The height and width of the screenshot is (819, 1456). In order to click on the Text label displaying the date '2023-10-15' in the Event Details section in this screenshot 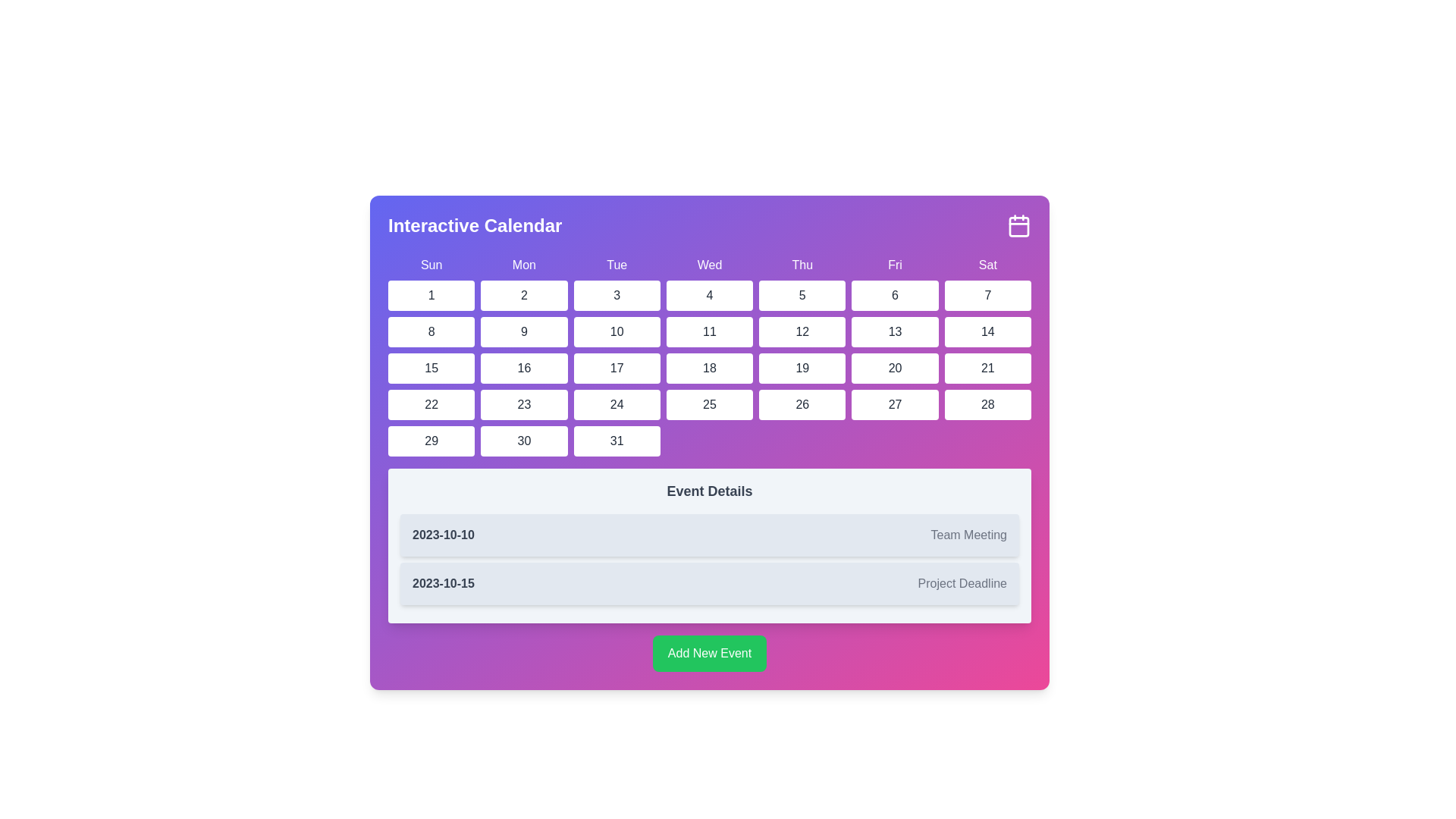, I will do `click(442, 583)`.